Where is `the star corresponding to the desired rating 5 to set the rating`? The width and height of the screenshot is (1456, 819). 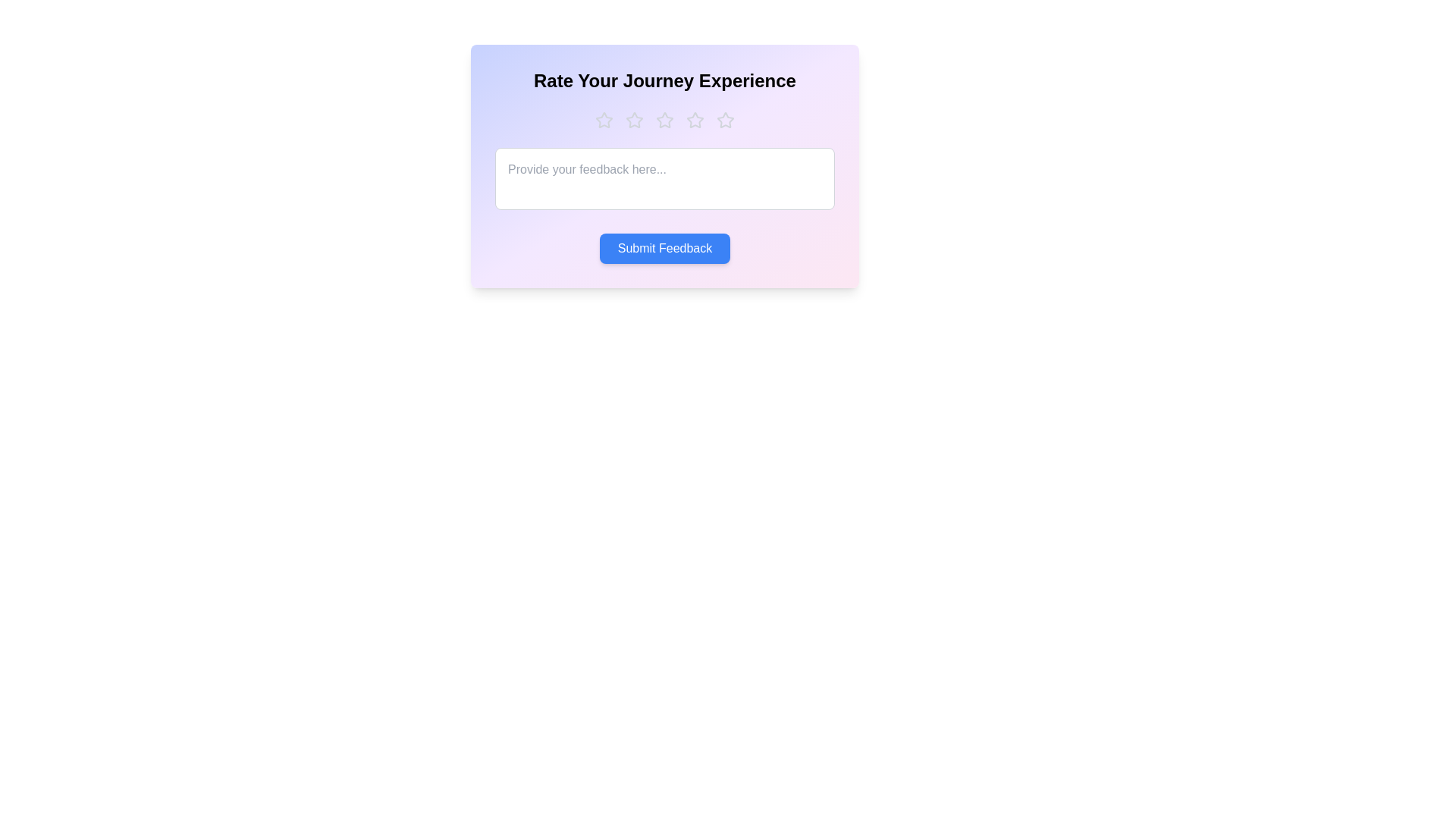 the star corresponding to the desired rating 5 to set the rating is located at coordinates (724, 119).